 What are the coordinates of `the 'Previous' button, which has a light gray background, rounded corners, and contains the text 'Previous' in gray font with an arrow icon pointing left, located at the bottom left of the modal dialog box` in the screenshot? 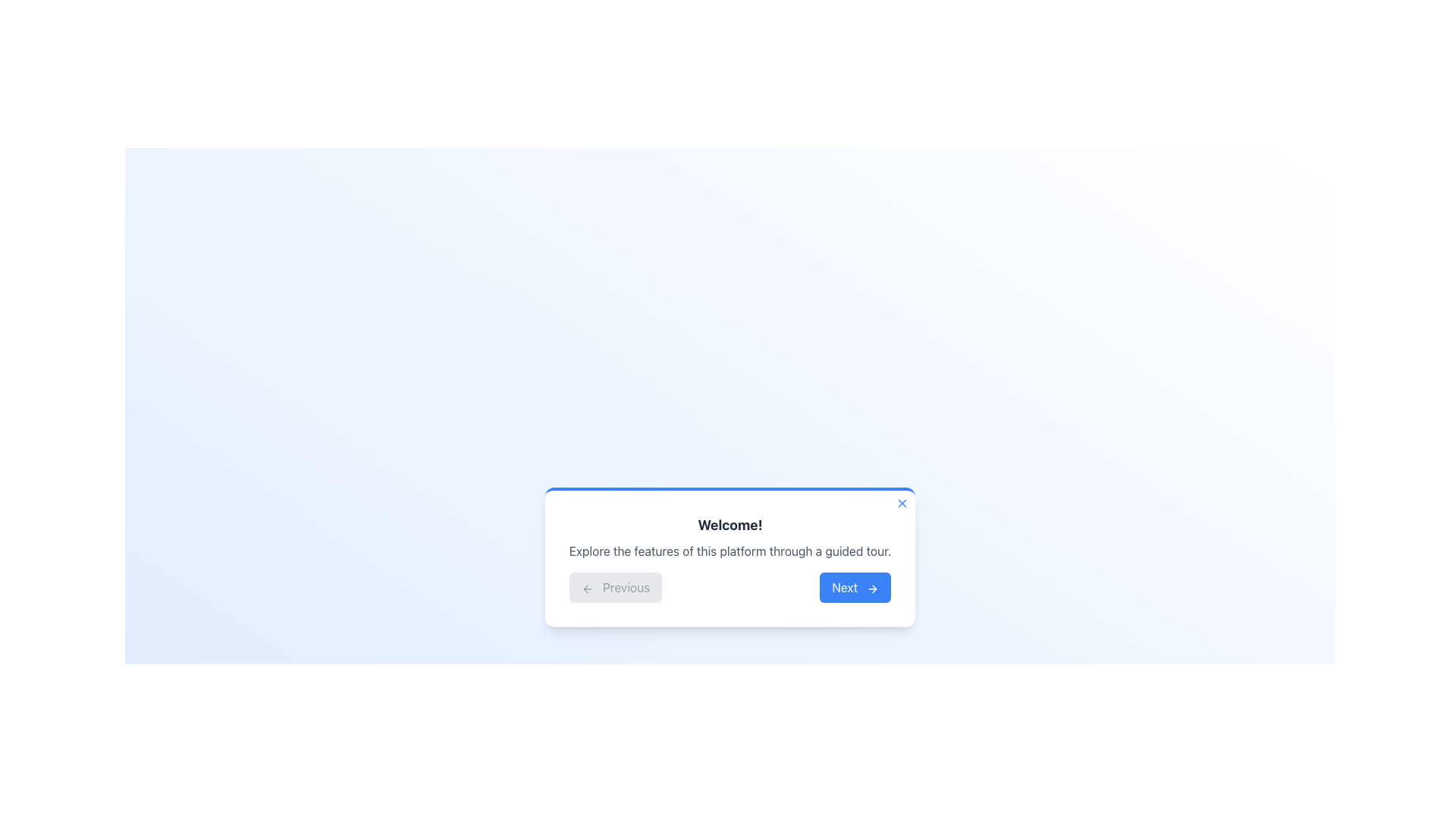 It's located at (615, 587).